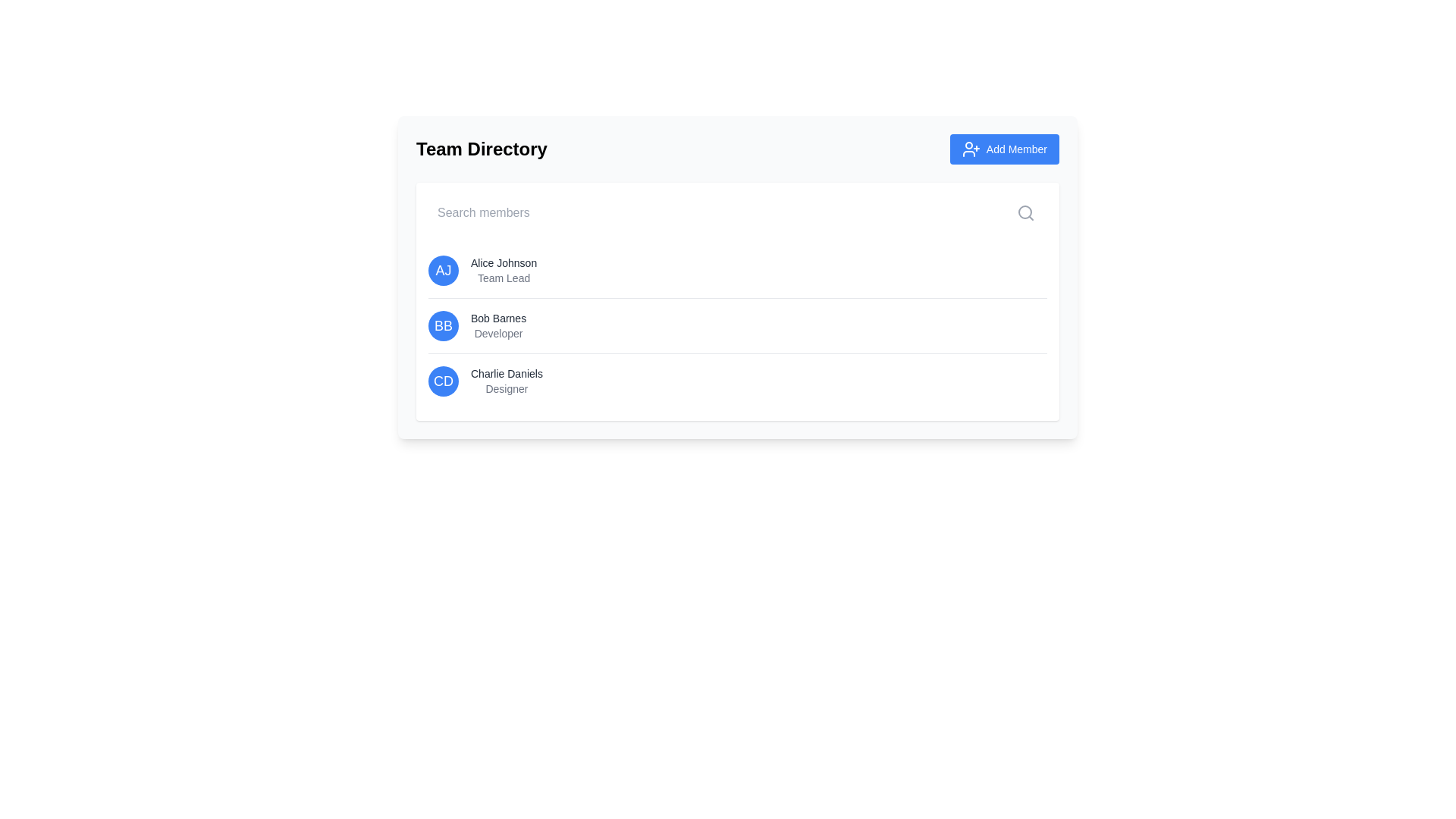 This screenshot has height=819, width=1456. Describe the element at coordinates (1004, 149) in the screenshot. I see `the 'Add Member' button located in the upper-right corner of the 'Team Directory' section` at that location.